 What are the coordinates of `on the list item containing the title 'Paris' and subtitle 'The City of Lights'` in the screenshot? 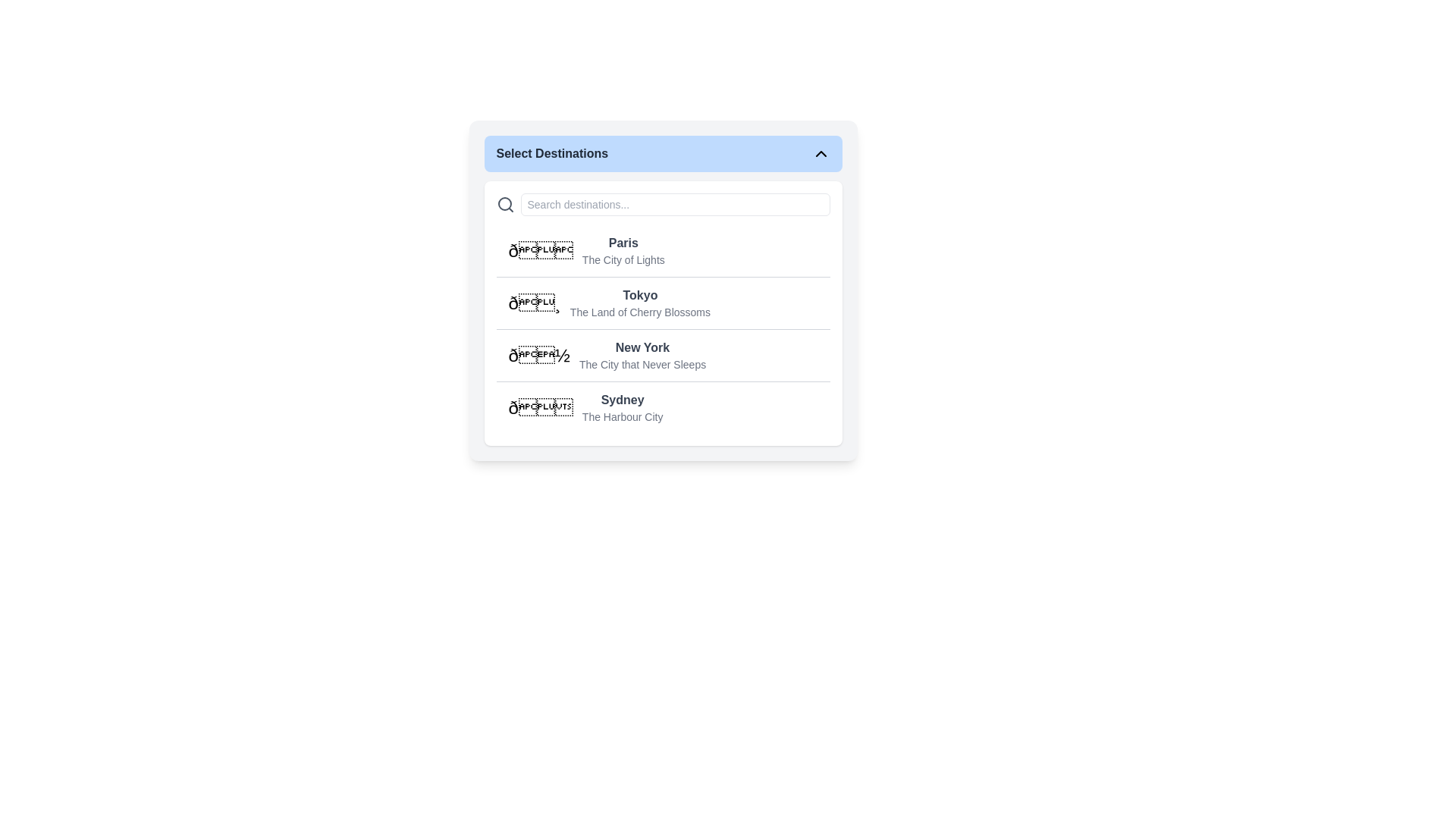 It's located at (623, 250).